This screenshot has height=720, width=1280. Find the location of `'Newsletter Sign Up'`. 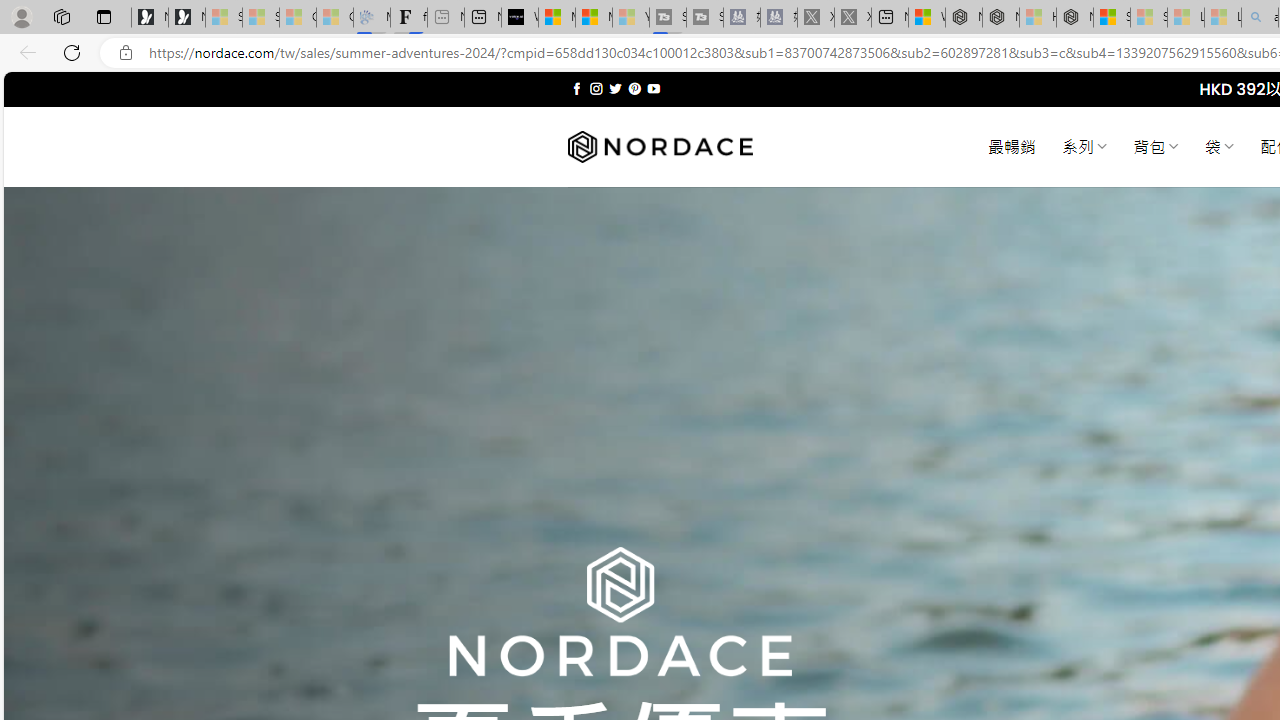

'Newsletter Sign Up' is located at coordinates (186, 17).